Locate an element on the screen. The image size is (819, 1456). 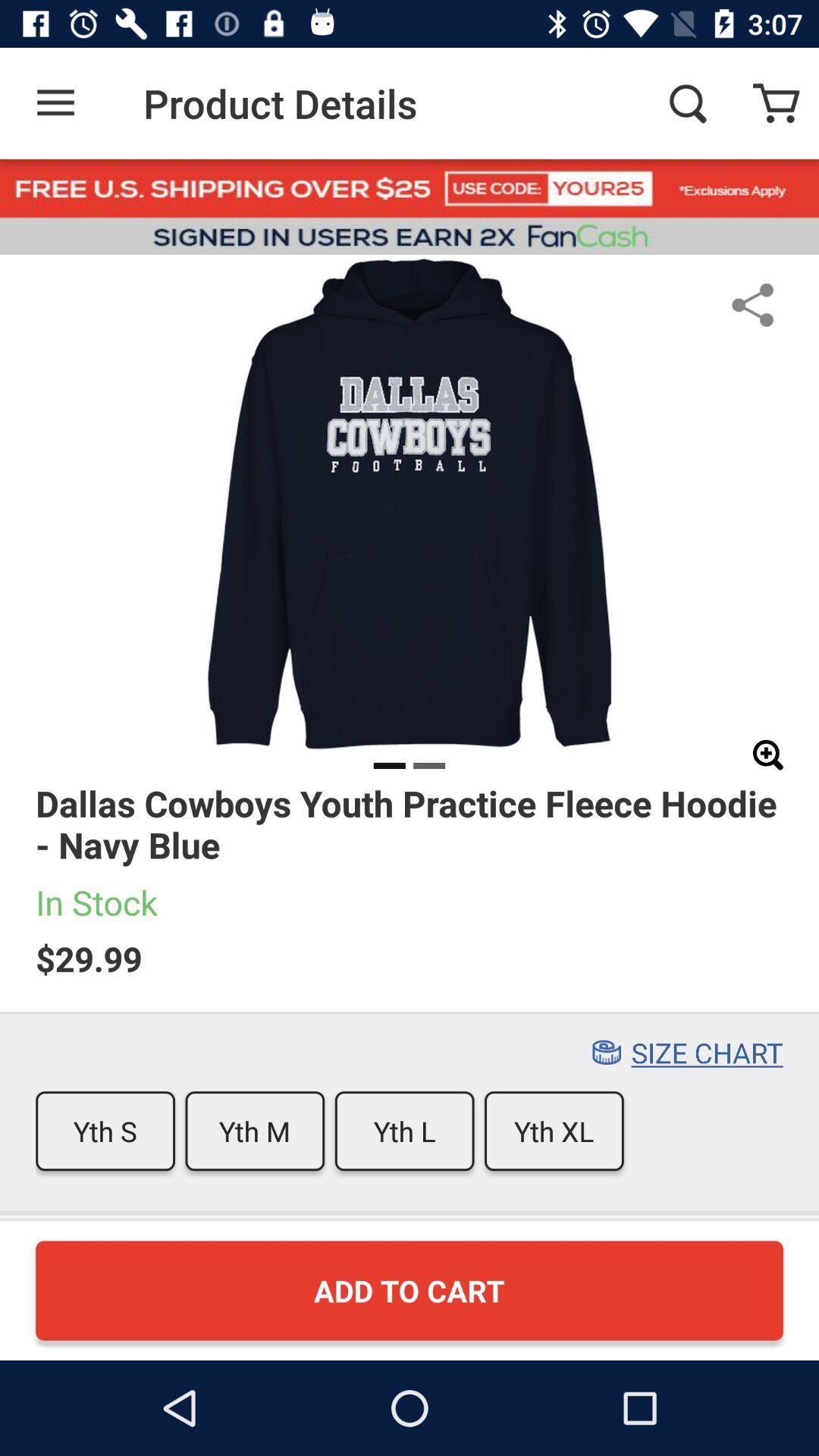
item next to yth s is located at coordinates (254, 1131).